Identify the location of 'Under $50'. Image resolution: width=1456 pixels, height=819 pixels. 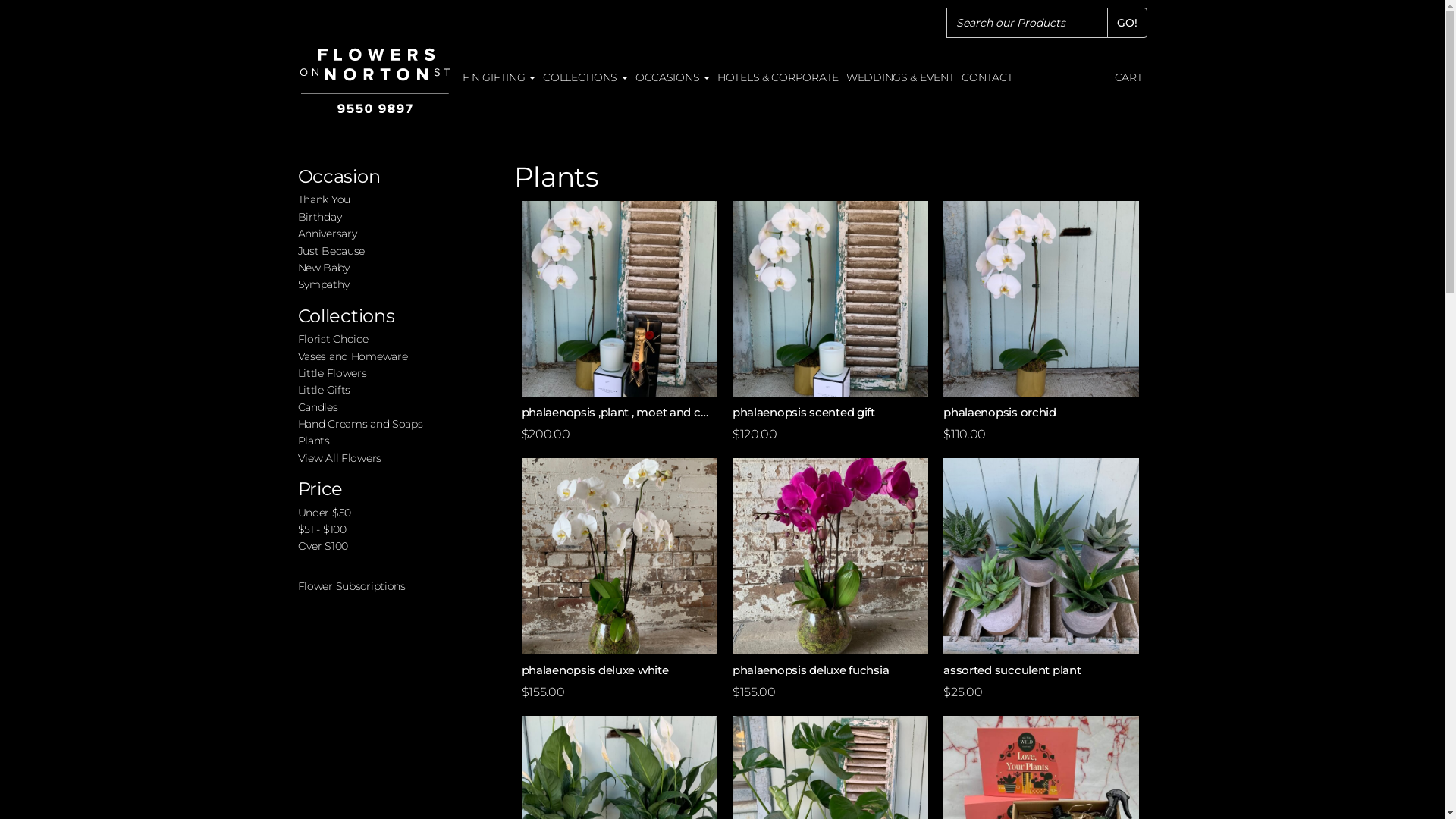
(323, 512).